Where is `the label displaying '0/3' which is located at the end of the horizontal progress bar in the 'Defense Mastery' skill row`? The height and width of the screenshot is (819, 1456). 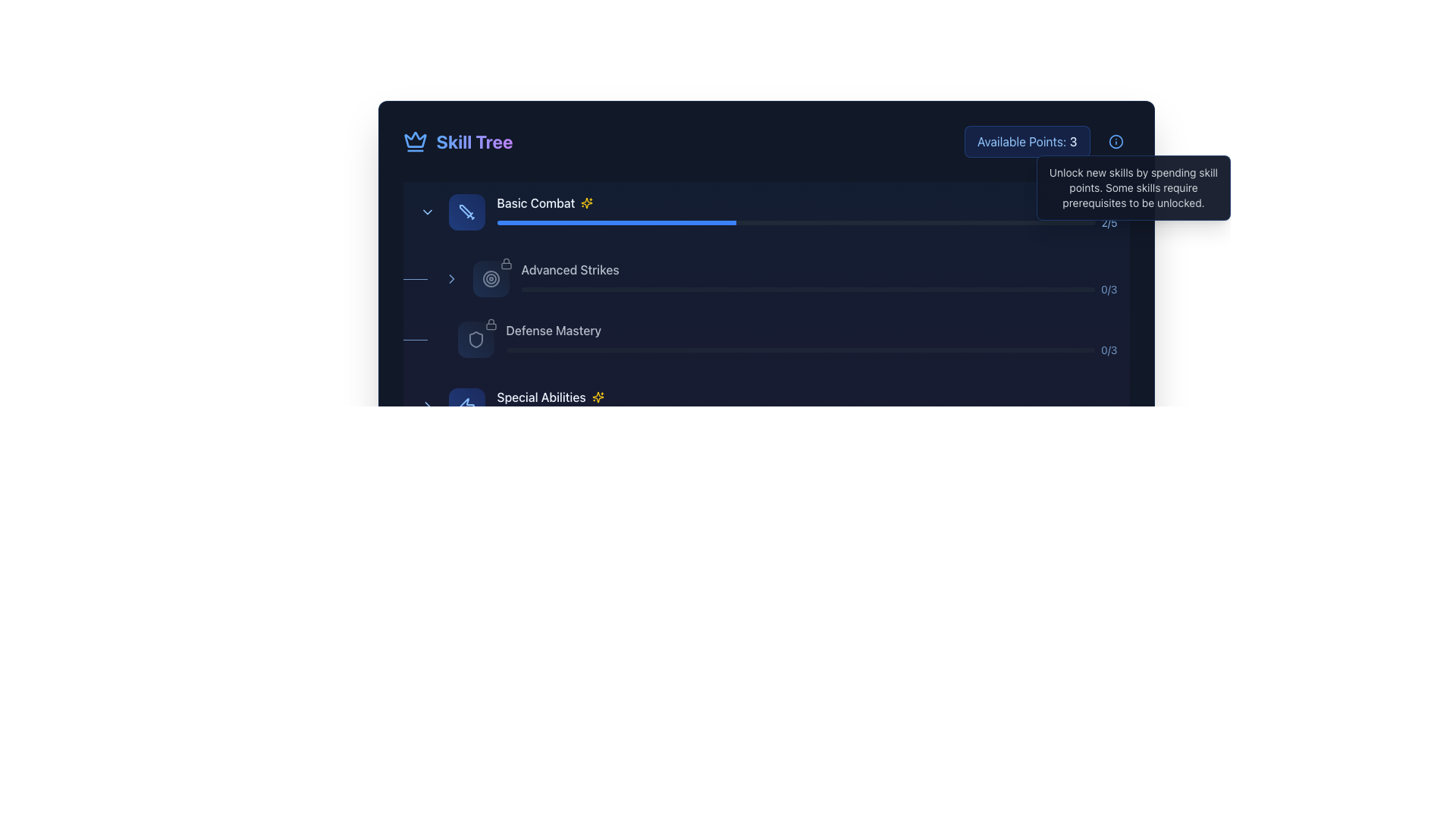 the label displaying '0/3' which is located at the end of the horizontal progress bar in the 'Defense Mastery' skill row is located at coordinates (1109, 289).